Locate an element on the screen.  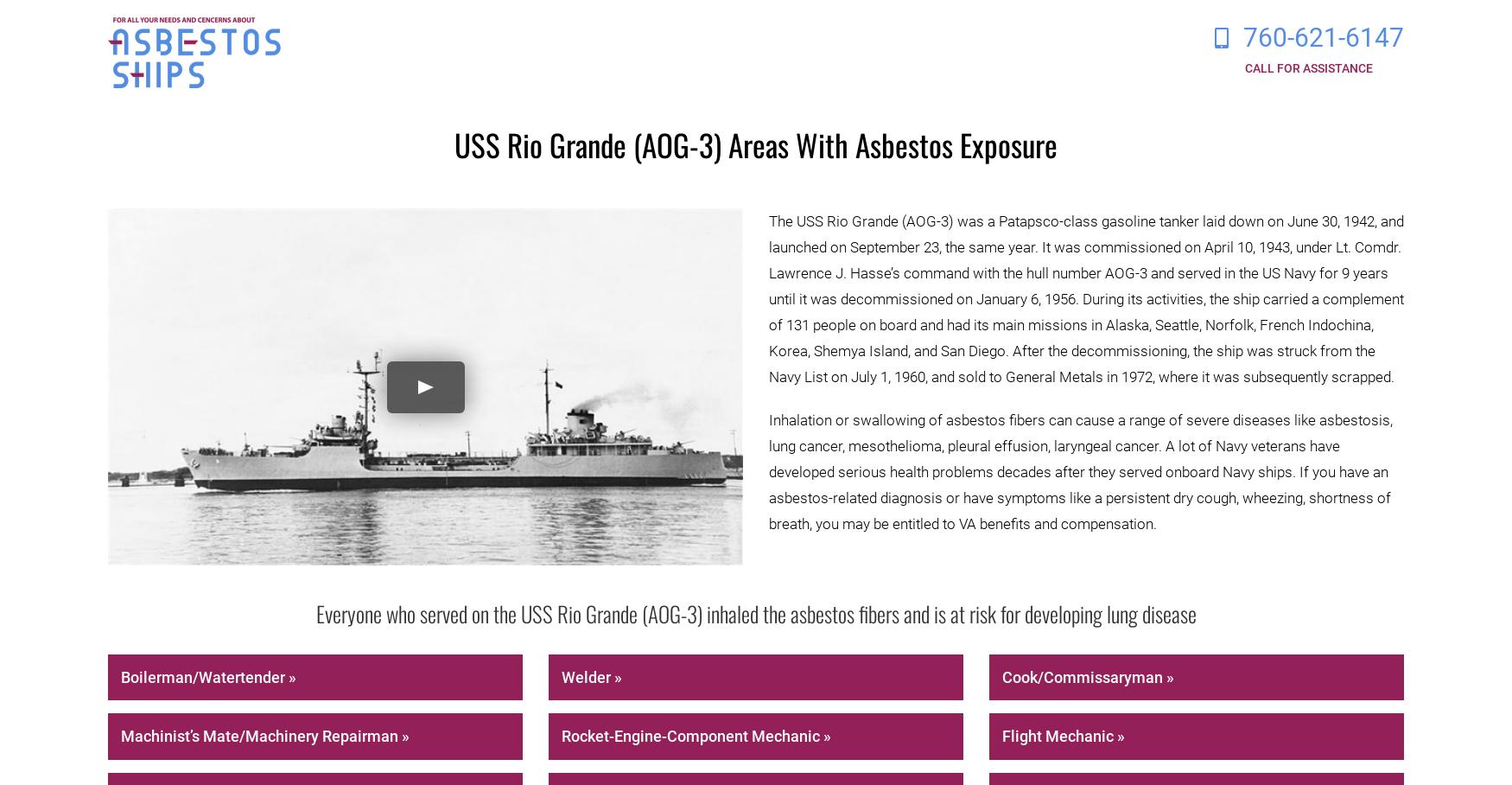
'Everyone who served on the USS Rio Grande (AOG-3) inhaled the asbestos fibers and is at risk for developing lung disease' is located at coordinates (755, 612).